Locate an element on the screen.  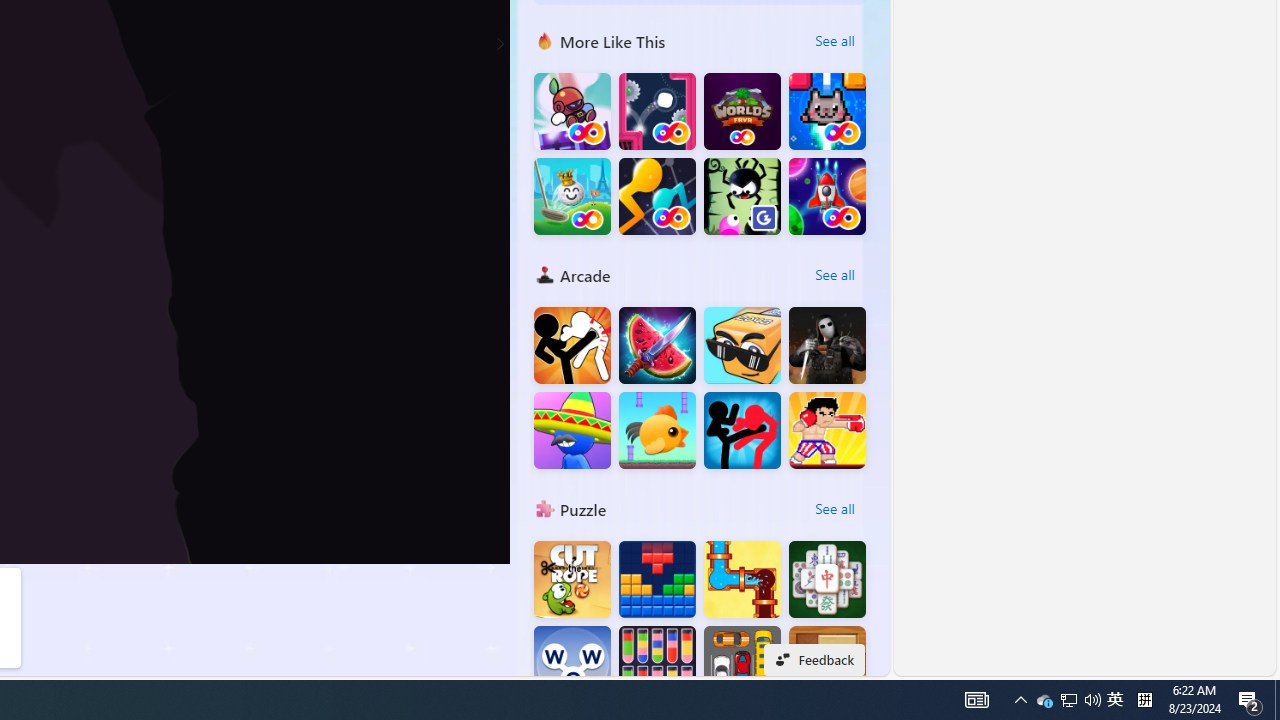
'Worlds FRVR' is located at coordinates (741, 111).